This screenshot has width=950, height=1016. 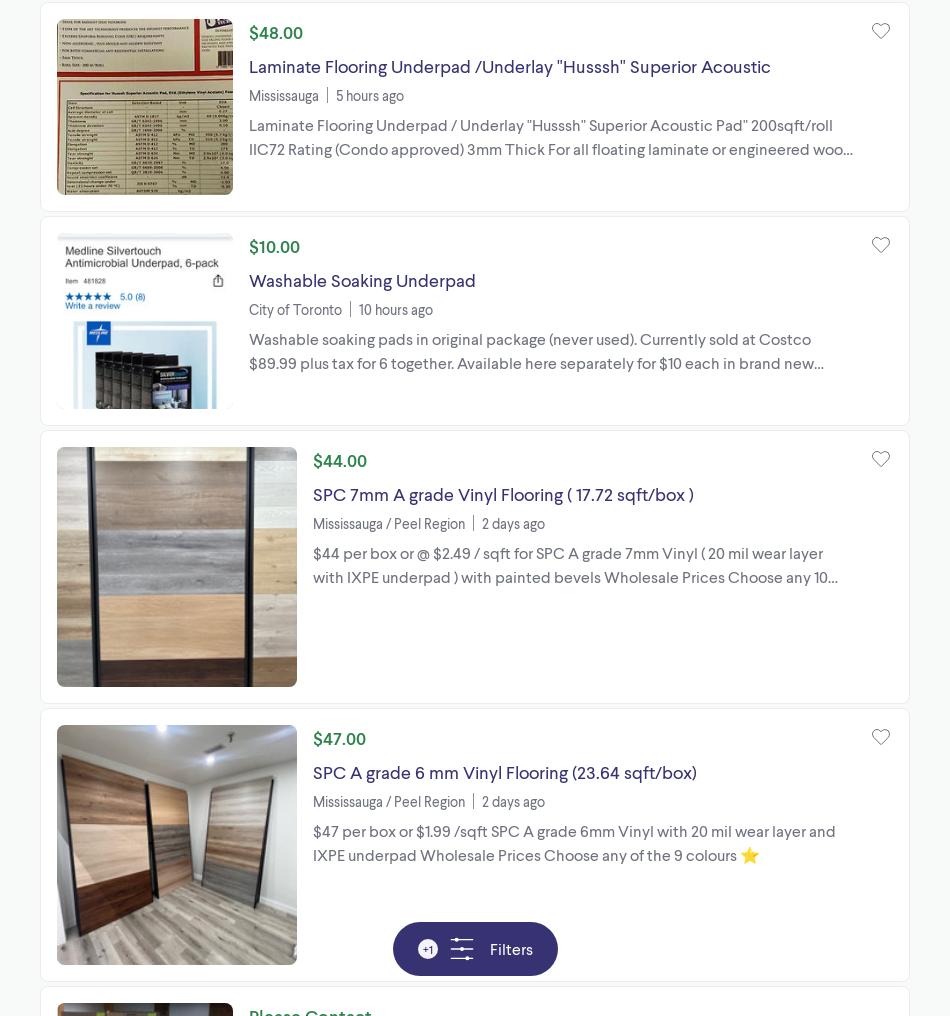 I want to click on 'Washable Soaking Underpad', so click(x=361, y=279).